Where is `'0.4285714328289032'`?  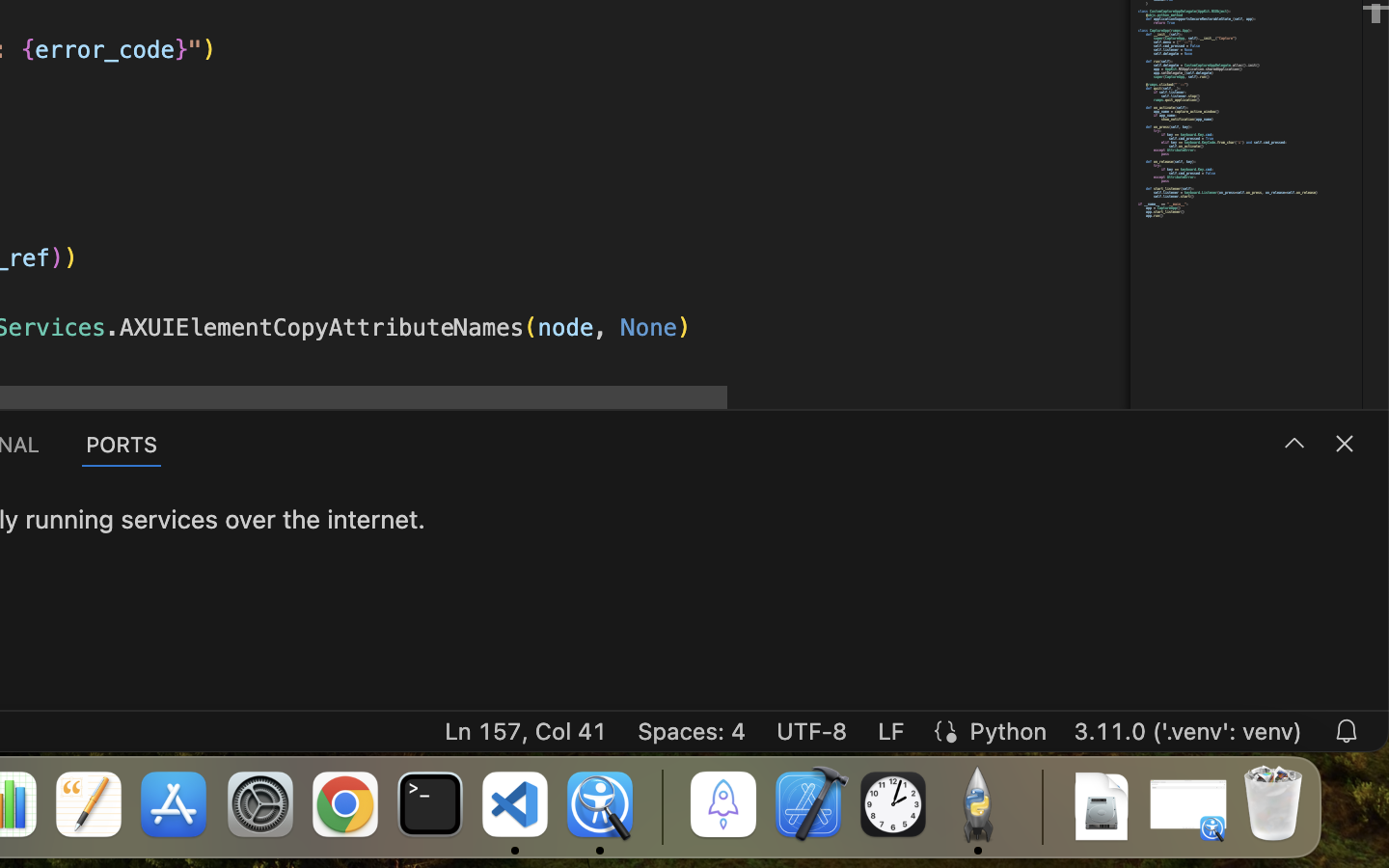 '0.4285714328289032' is located at coordinates (661, 805).